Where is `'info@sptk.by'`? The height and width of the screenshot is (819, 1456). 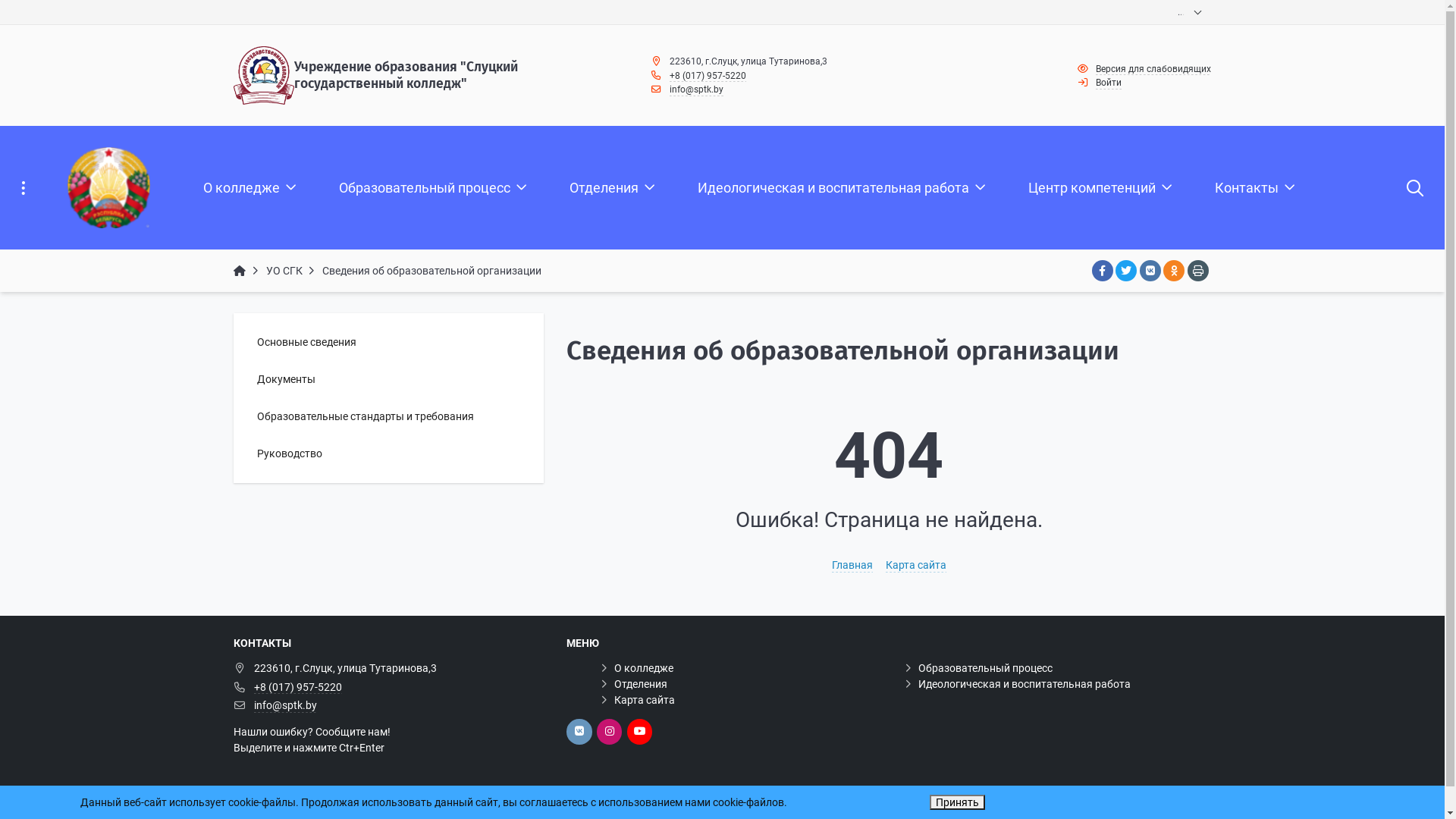
'info@sptk.by' is located at coordinates (285, 705).